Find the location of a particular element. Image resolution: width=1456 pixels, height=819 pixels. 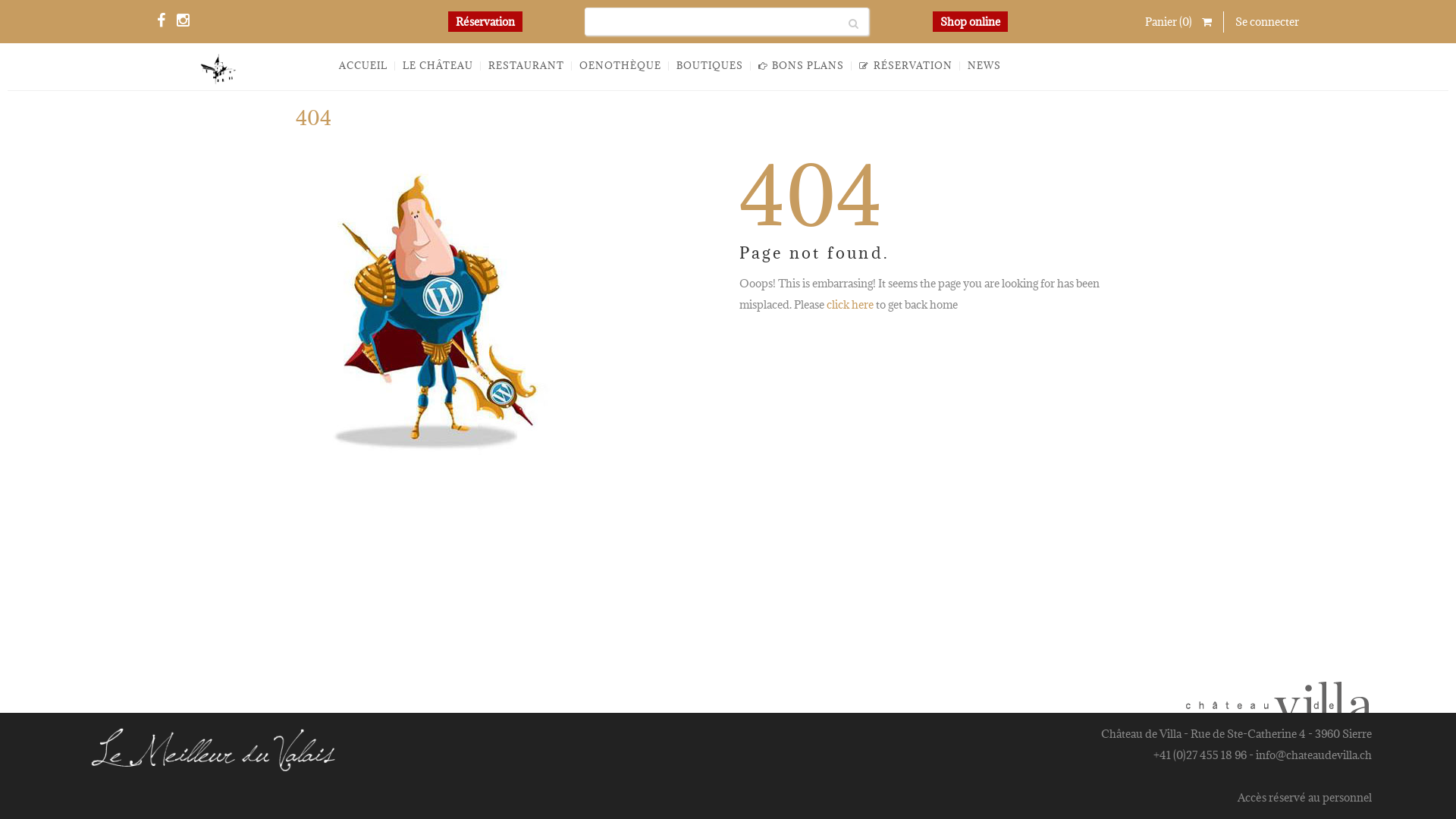

'BONS PLANS' is located at coordinates (800, 65).